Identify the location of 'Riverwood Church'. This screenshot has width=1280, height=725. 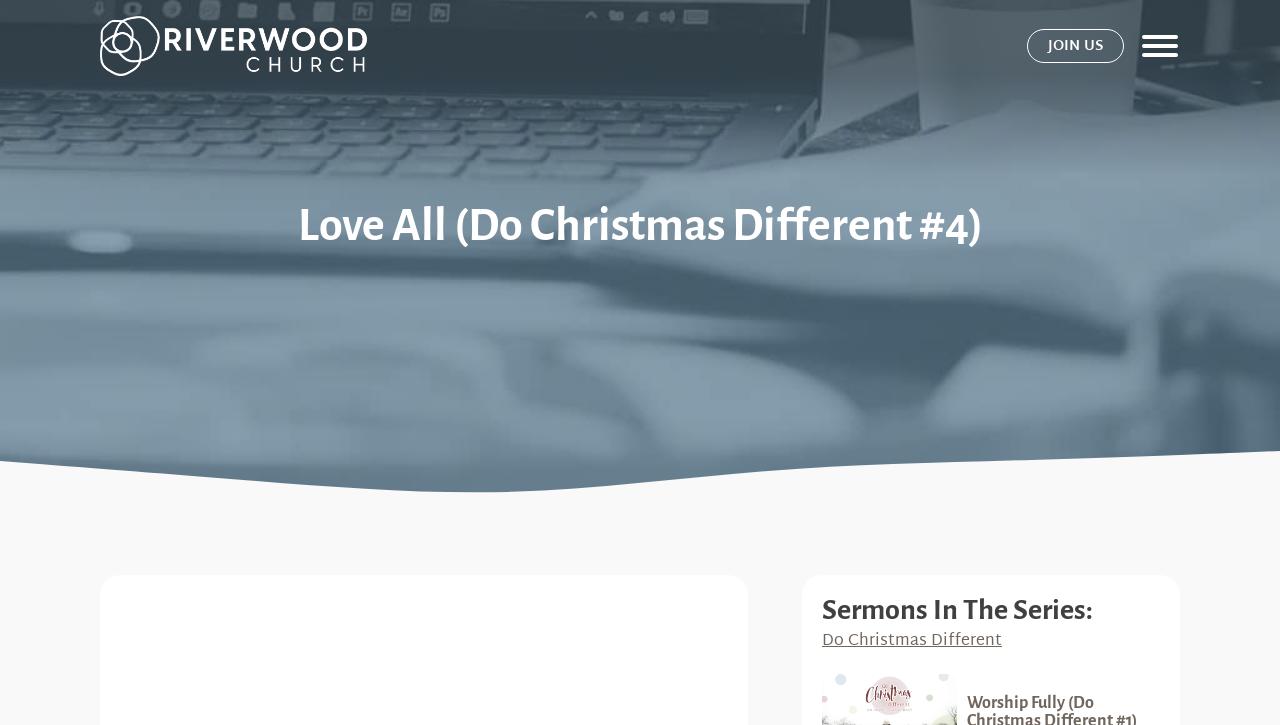
(219, 632).